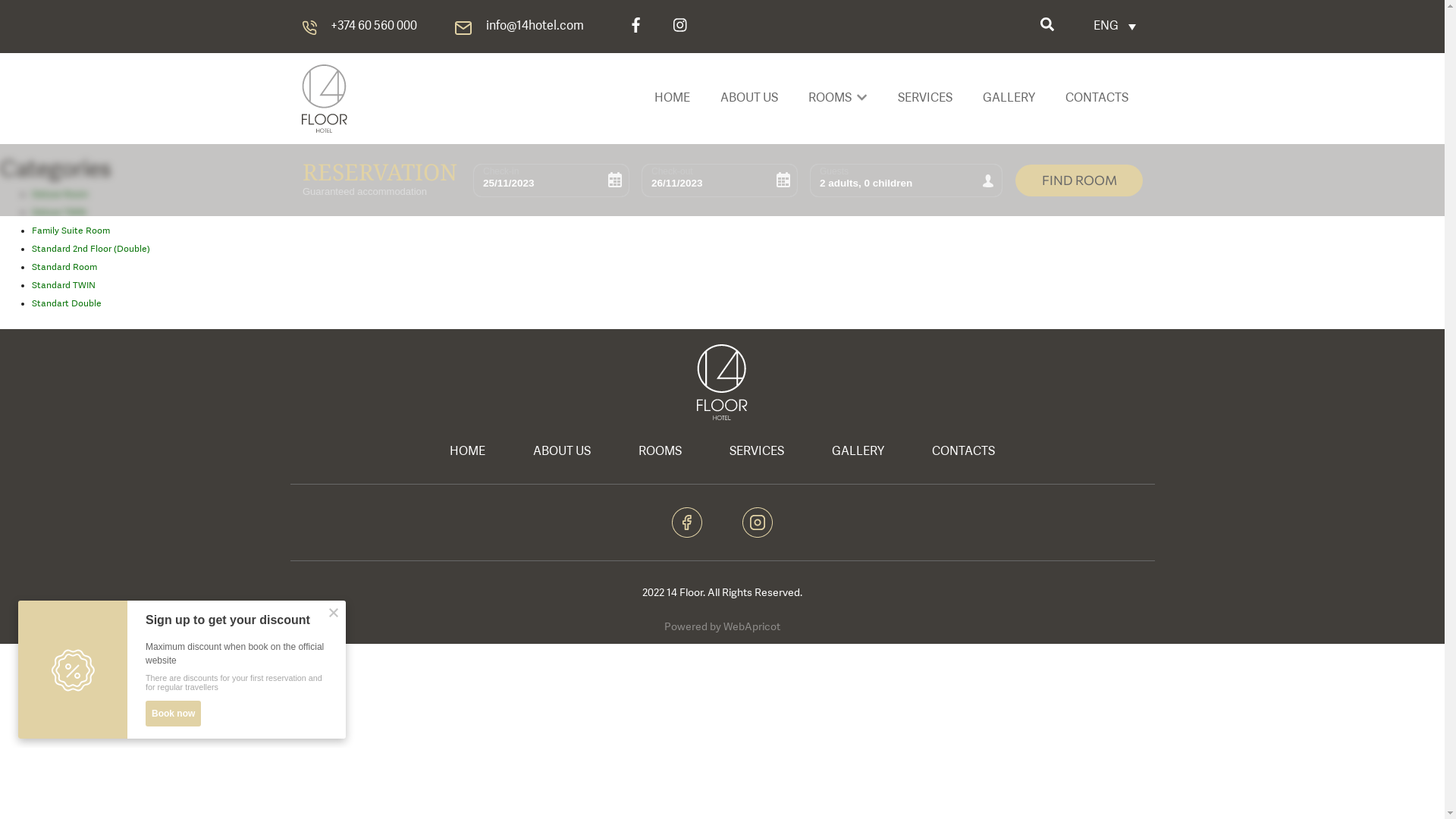 The image size is (1456, 819). What do you see at coordinates (962, 451) in the screenshot?
I see `'CONTACTS'` at bounding box center [962, 451].